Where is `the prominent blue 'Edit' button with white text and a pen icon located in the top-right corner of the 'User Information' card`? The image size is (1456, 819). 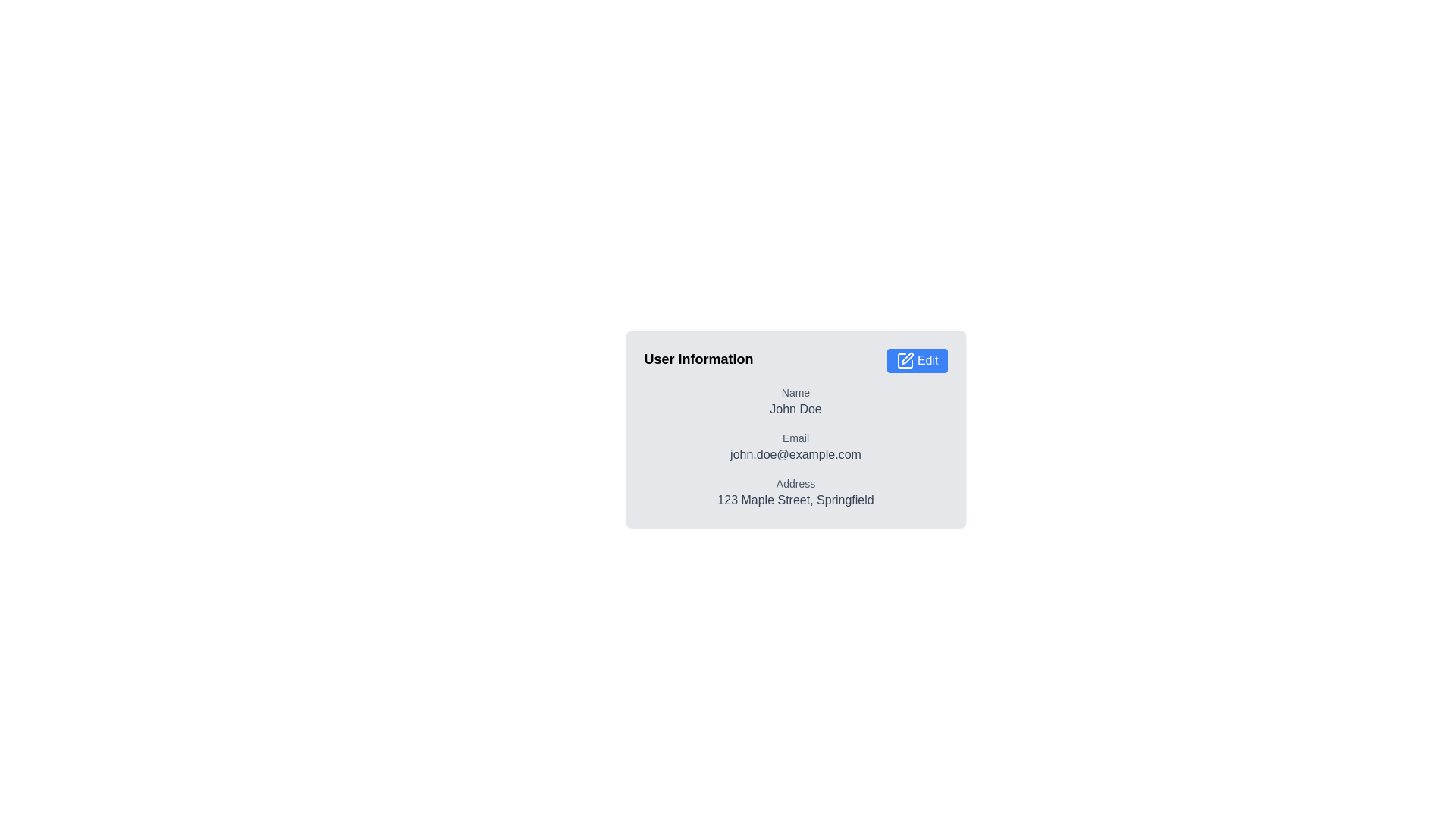 the prominent blue 'Edit' button with white text and a pen icon located in the top-right corner of the 'User Information' card is located at coordinates (916, 360).